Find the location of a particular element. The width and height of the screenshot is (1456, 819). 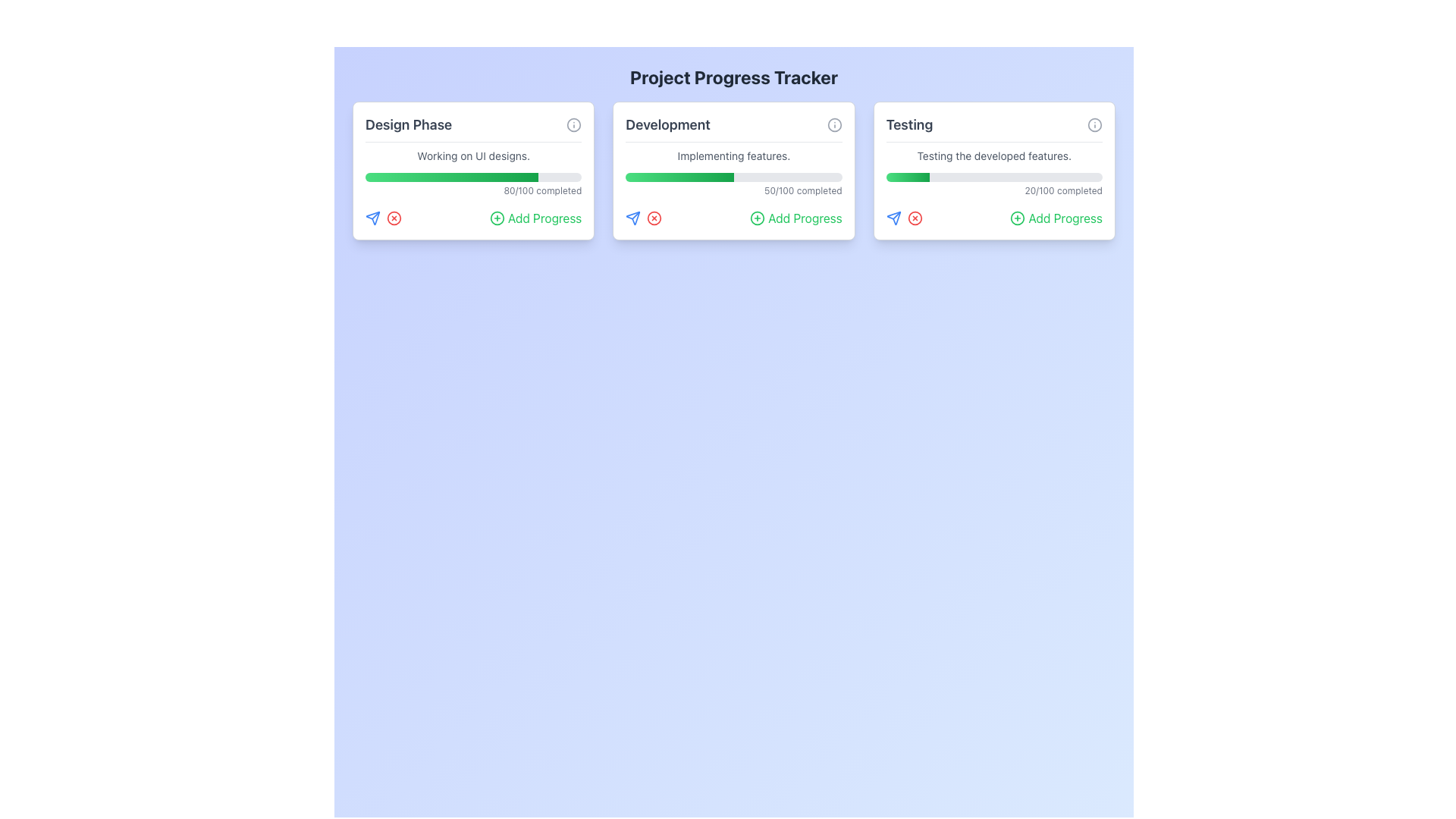

the red circular 'X' cancel button located within the 'Design Phase' card is located at coordinates (394, 218).